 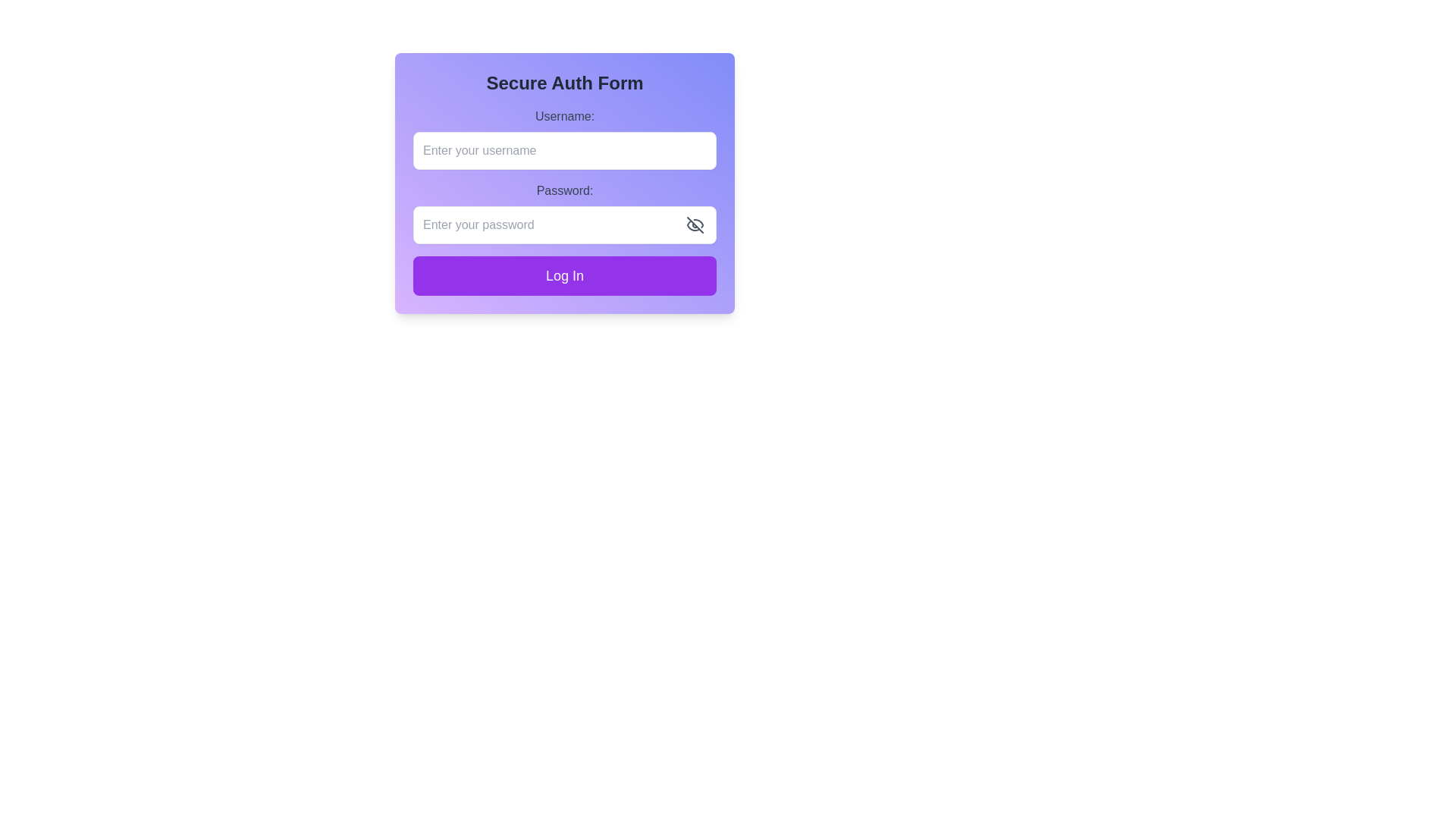 What do you see at coordinates (563, 183) in the screenshot?
I see `the input fields of the Secure Authentication Form by clicking them and then type the credentials` at bounding box center [563, 183].